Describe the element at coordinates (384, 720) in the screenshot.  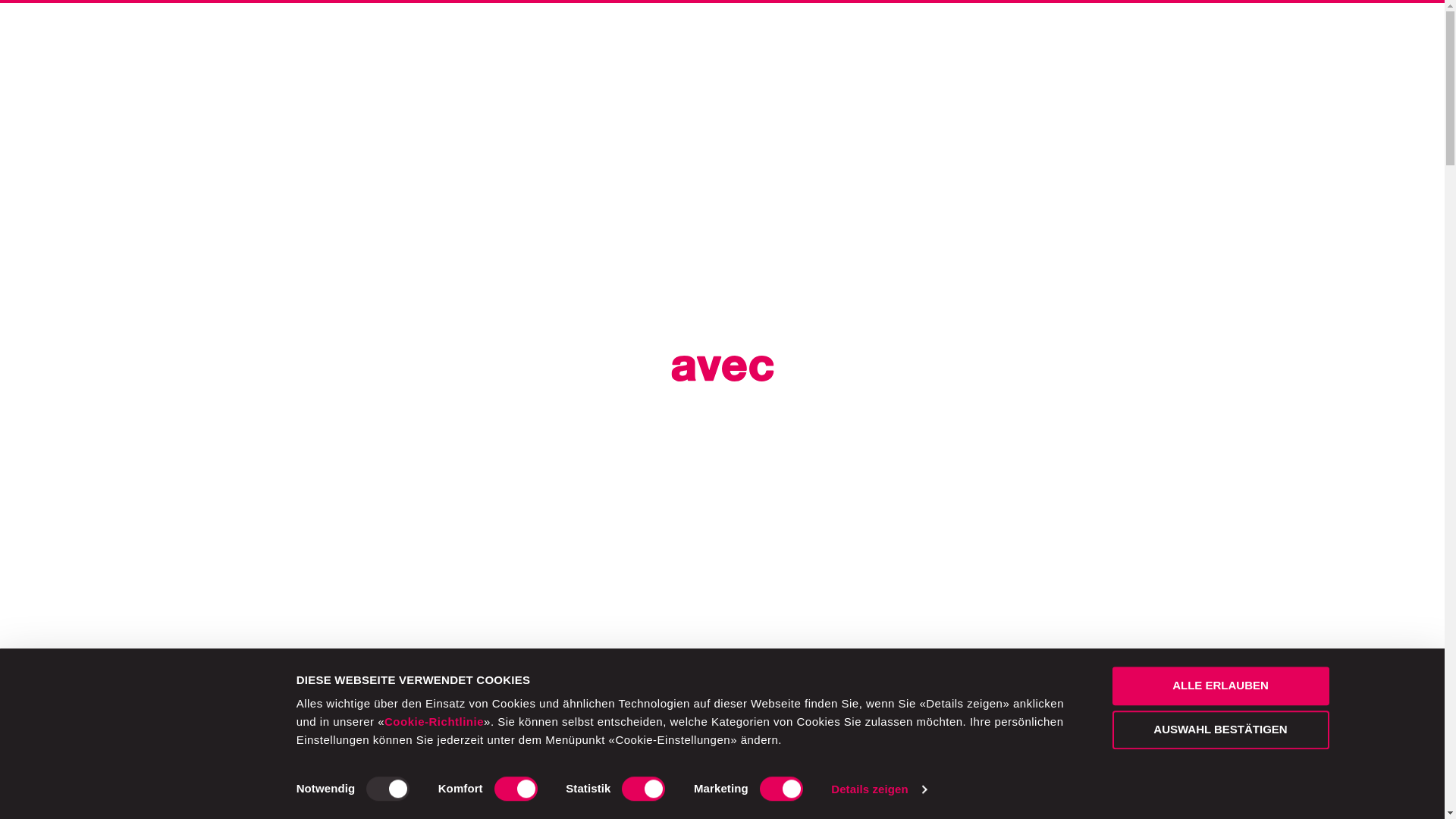
I see `'Cookie-Richtlinie'` at that location.